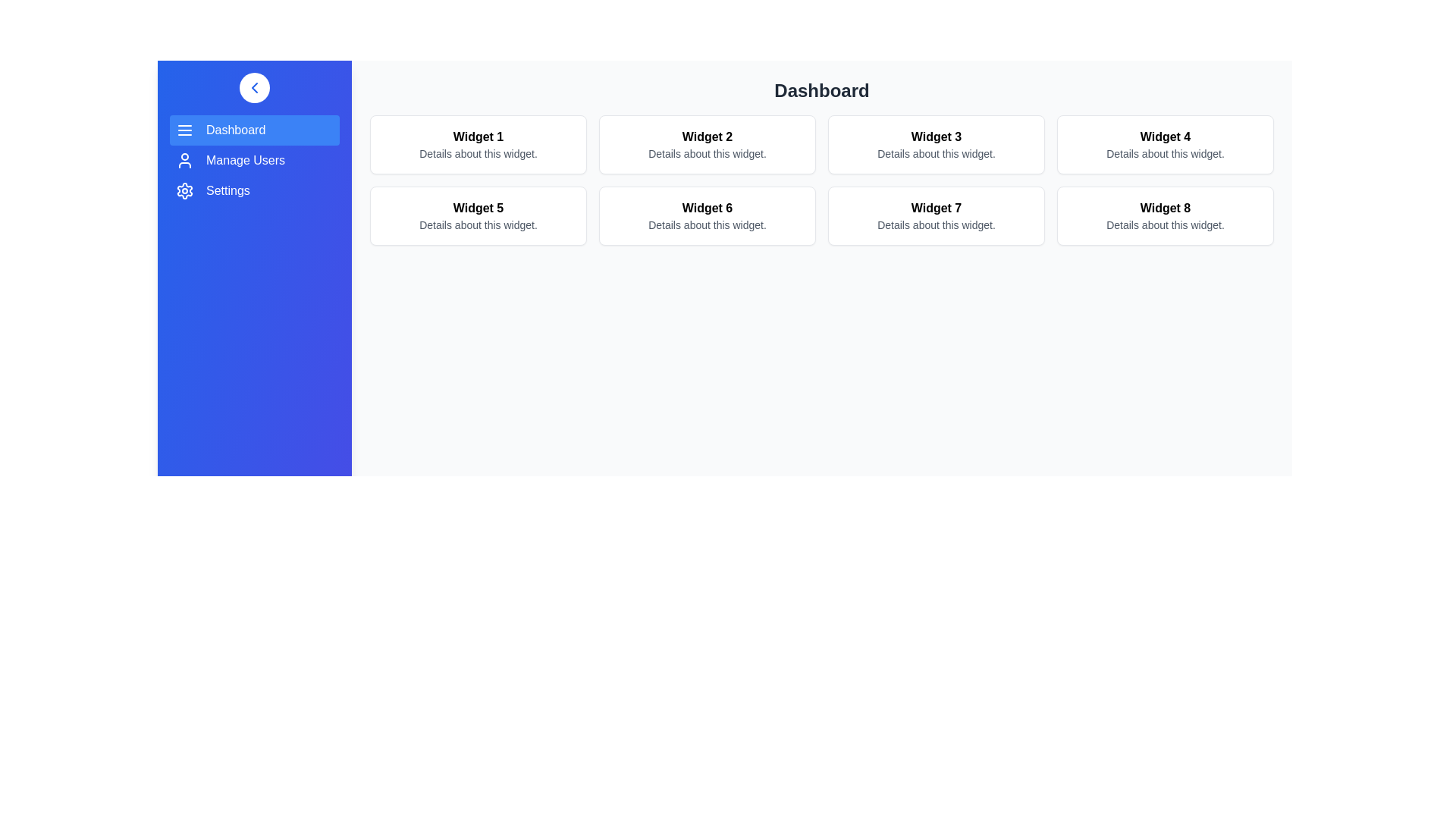 The image size is (1456, 819). Describe the element at coordinates (255, 161) in the screenshot. I see `the navigation item labeled Manage Users` at that location.